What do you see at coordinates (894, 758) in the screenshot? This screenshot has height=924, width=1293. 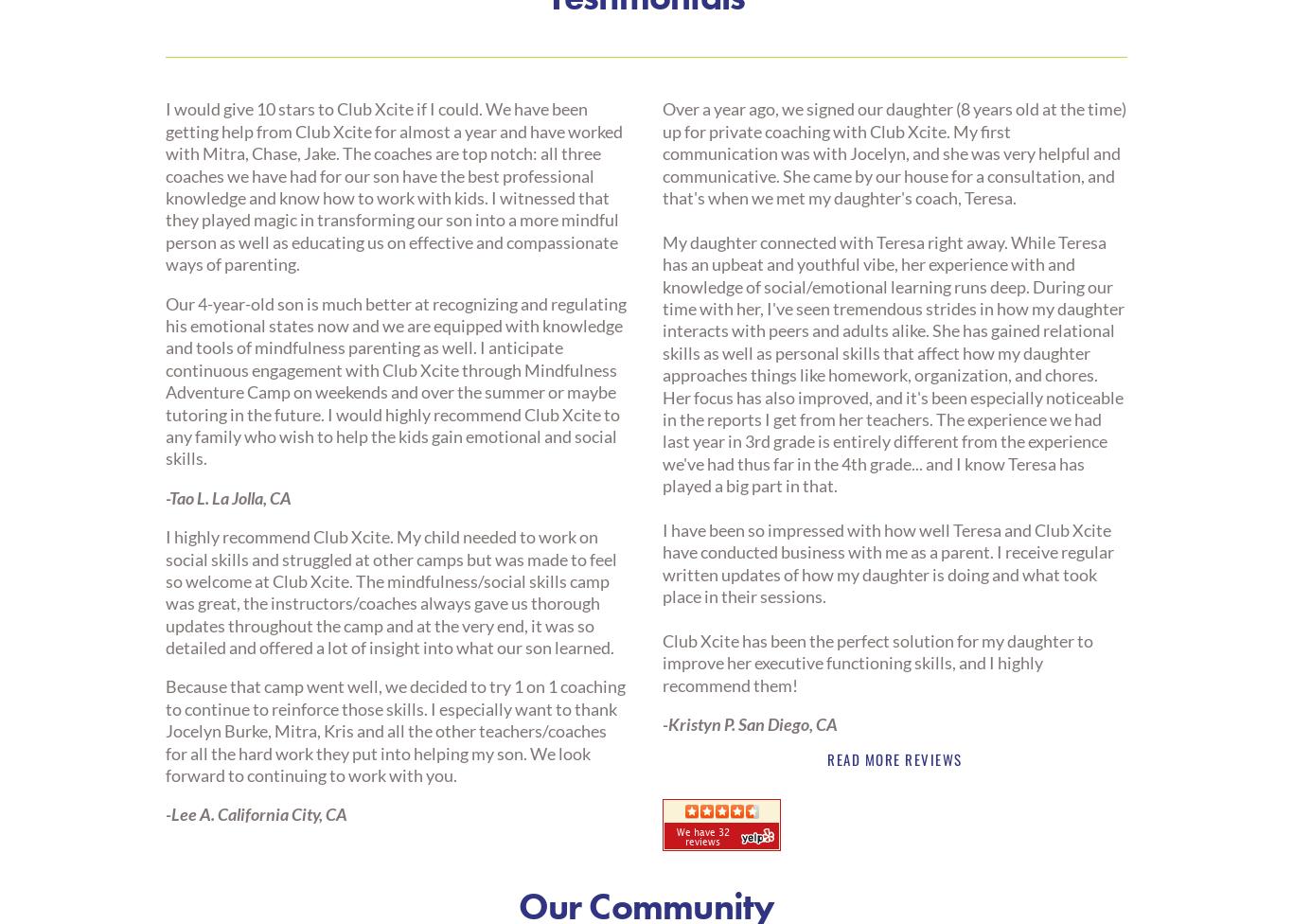 I see `'Read more reviews'` at bounding box center [894, 758].